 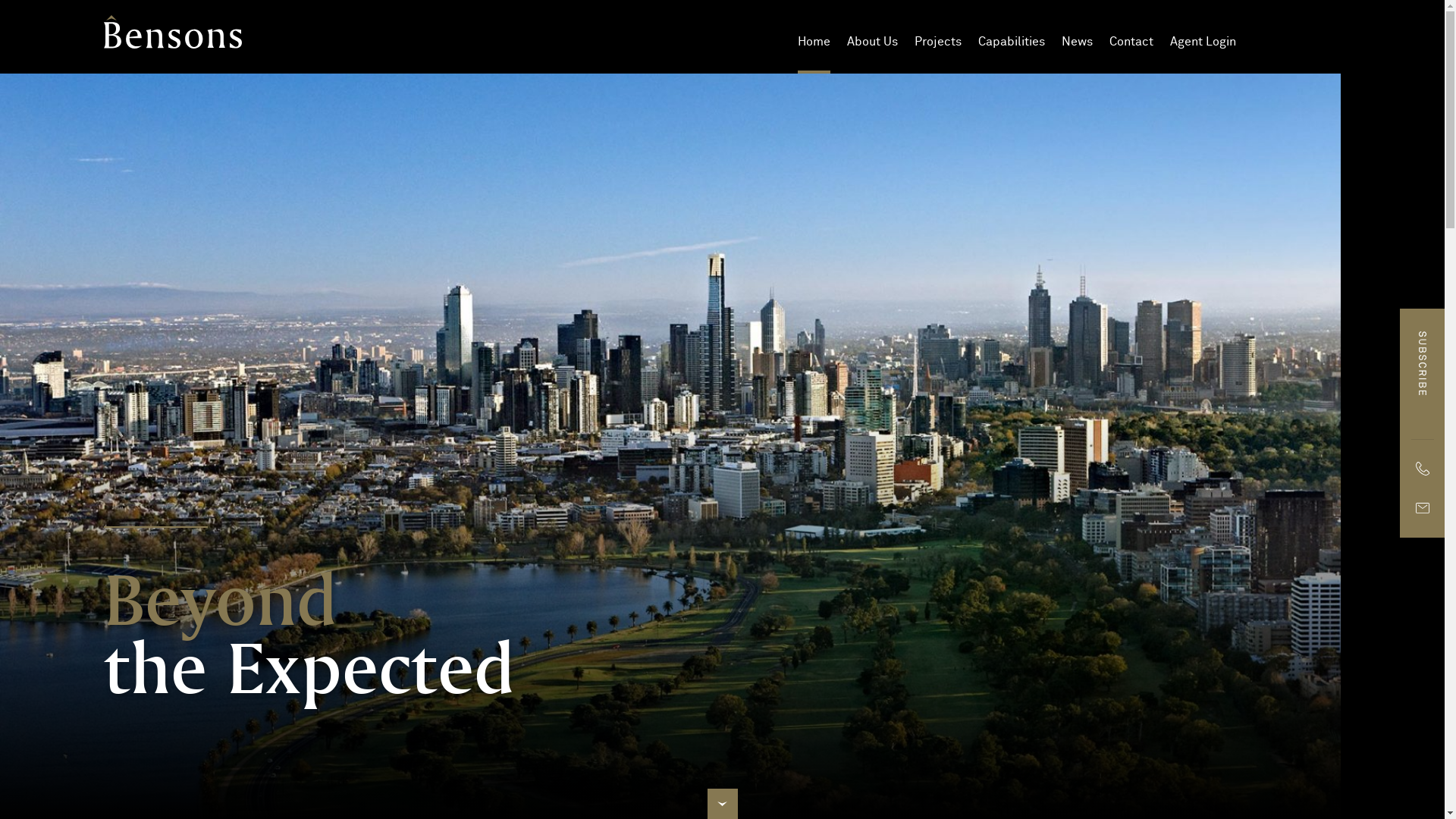 I want to click on 'Agent Login', so click(x=1202, y=40).